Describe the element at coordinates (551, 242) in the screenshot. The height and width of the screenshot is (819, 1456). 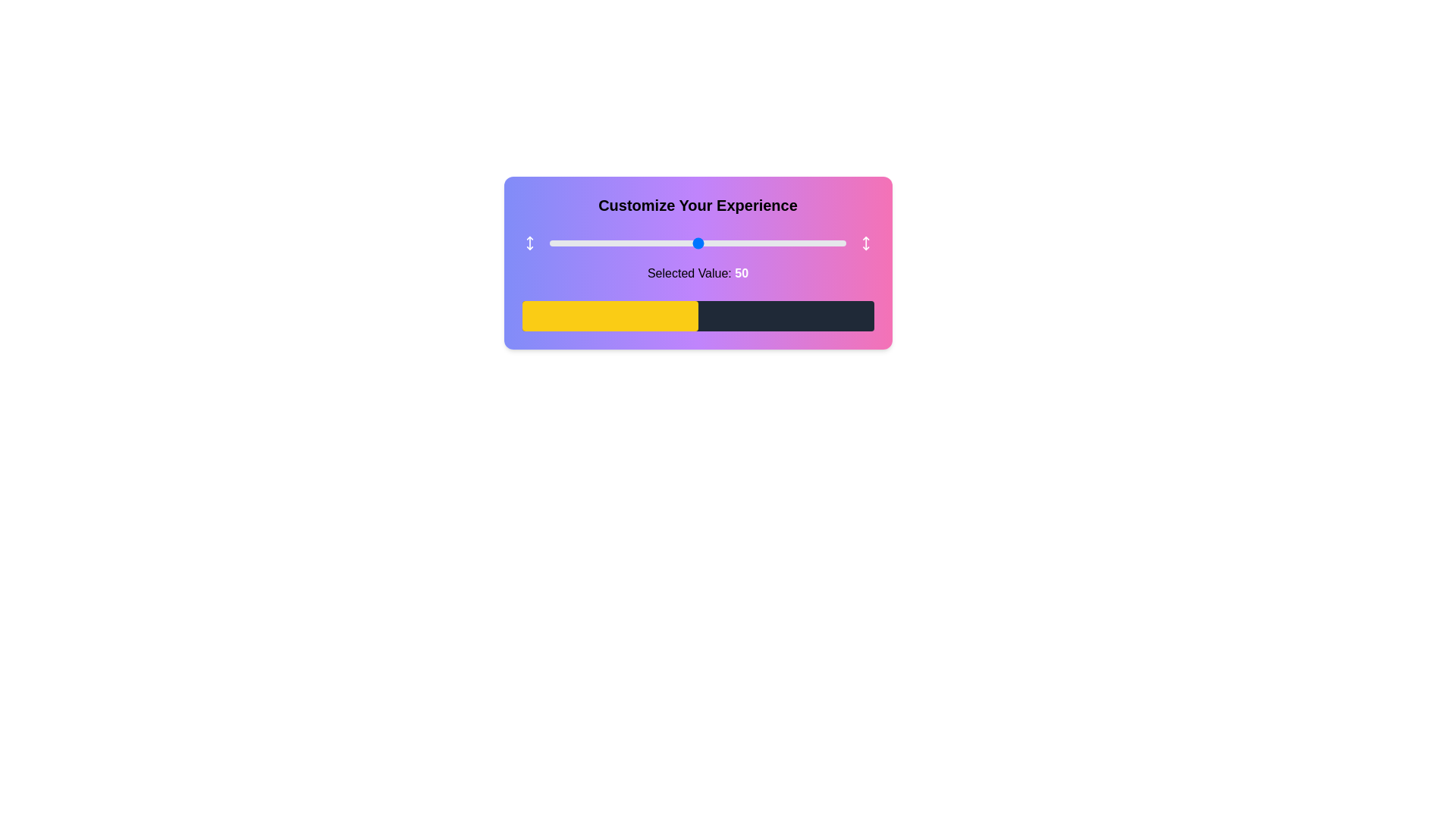
I see `the slider to set its value to 1` at that location.